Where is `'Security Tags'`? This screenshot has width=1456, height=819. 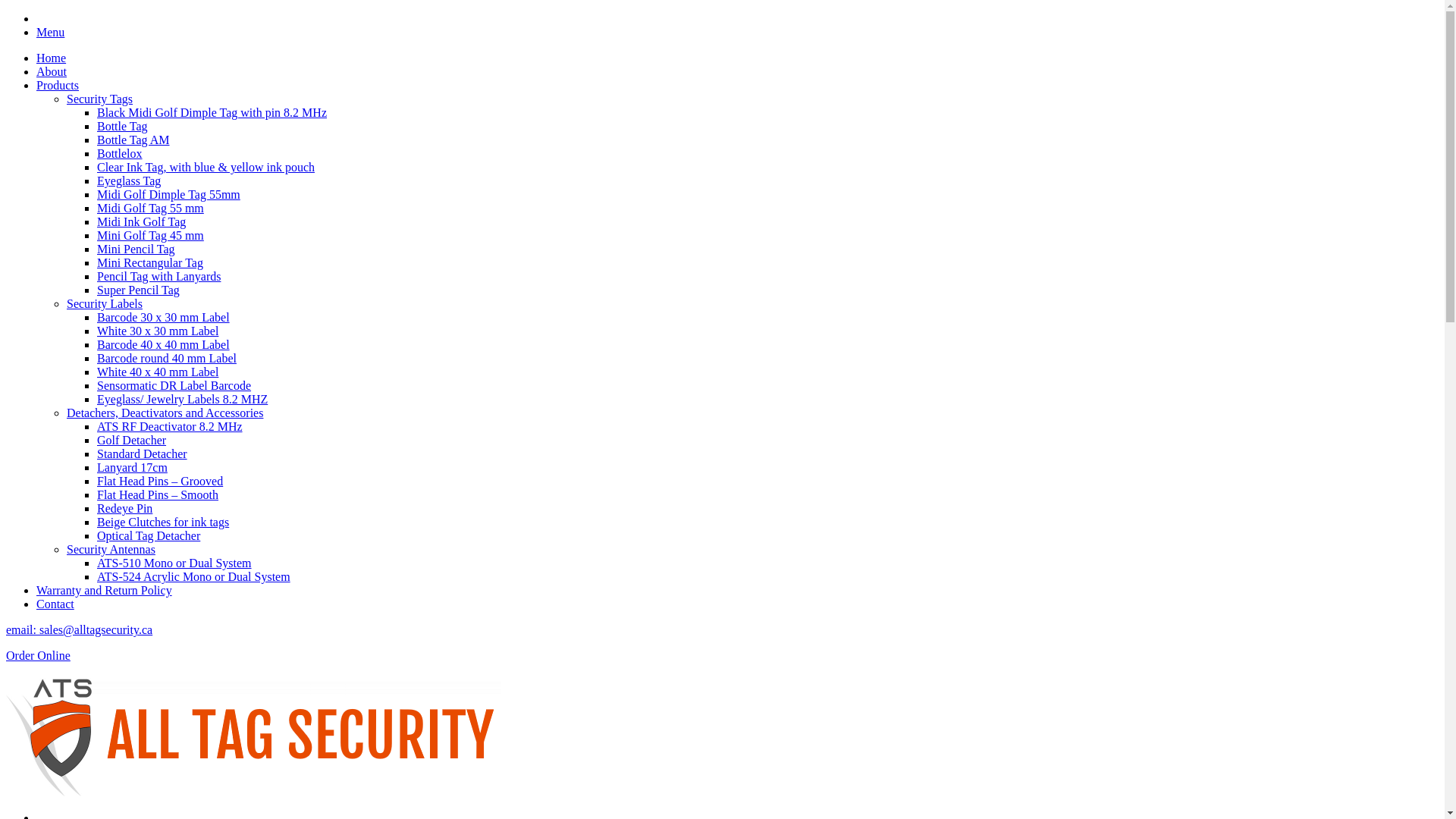
'Security Tags' is located at coordinates (99, 99).